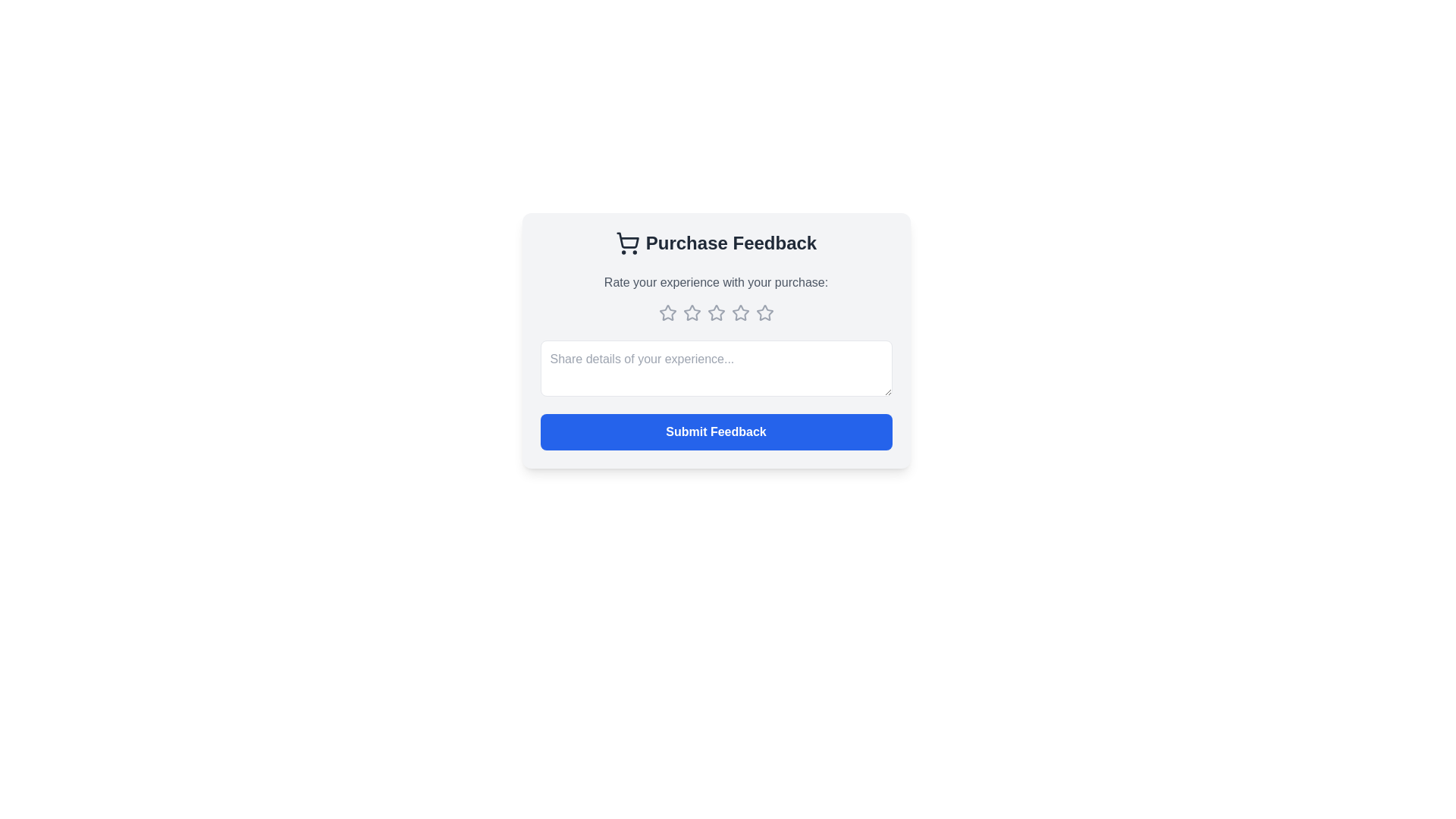 The height and width of the screenshot is (819, 1456). Describe the element at coordinates (691, 312) in the screenshot. I see `the second gray star icon, which is outlined and part of a horizontal group of five star icons` at that location.